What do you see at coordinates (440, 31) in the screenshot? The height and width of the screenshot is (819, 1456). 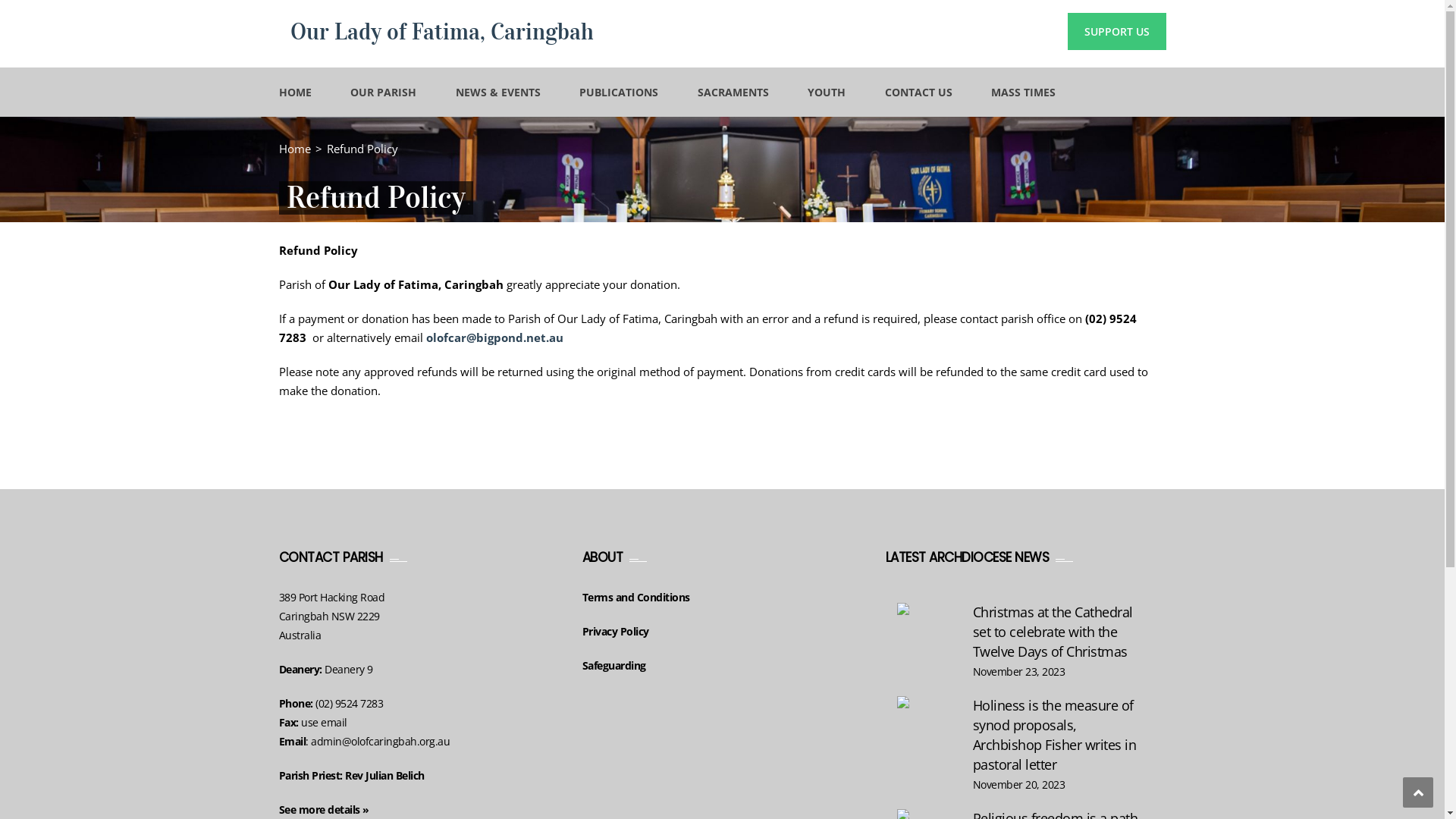 I see `'Our Lady of Fatima, Caringbah'` at bounding box center [440, 31].